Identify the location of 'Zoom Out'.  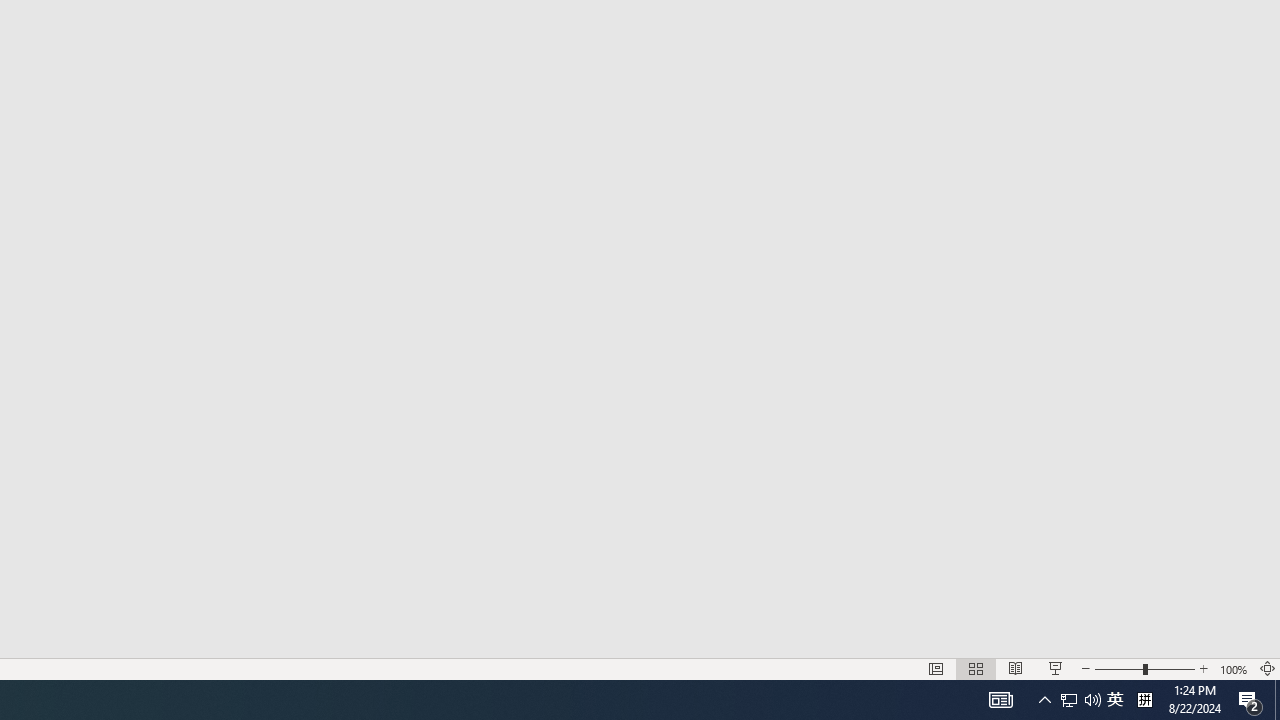
(1055, 669).